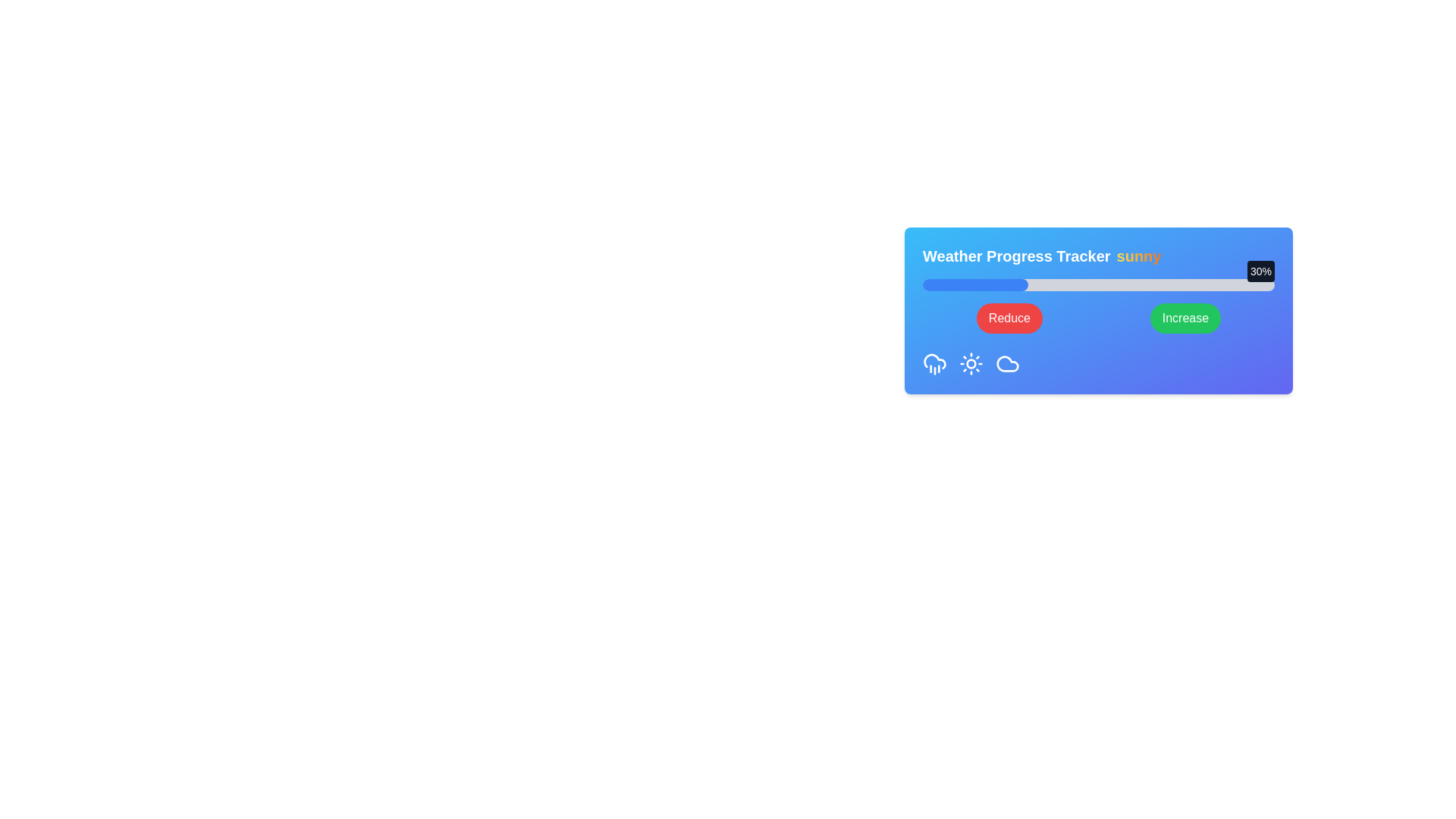  What do you see at coordinates (1185, 318) in the screenshot?
I see `the 'Increase' button located to the right of the 'Reduce' button` at bounding box center [1185, 318].